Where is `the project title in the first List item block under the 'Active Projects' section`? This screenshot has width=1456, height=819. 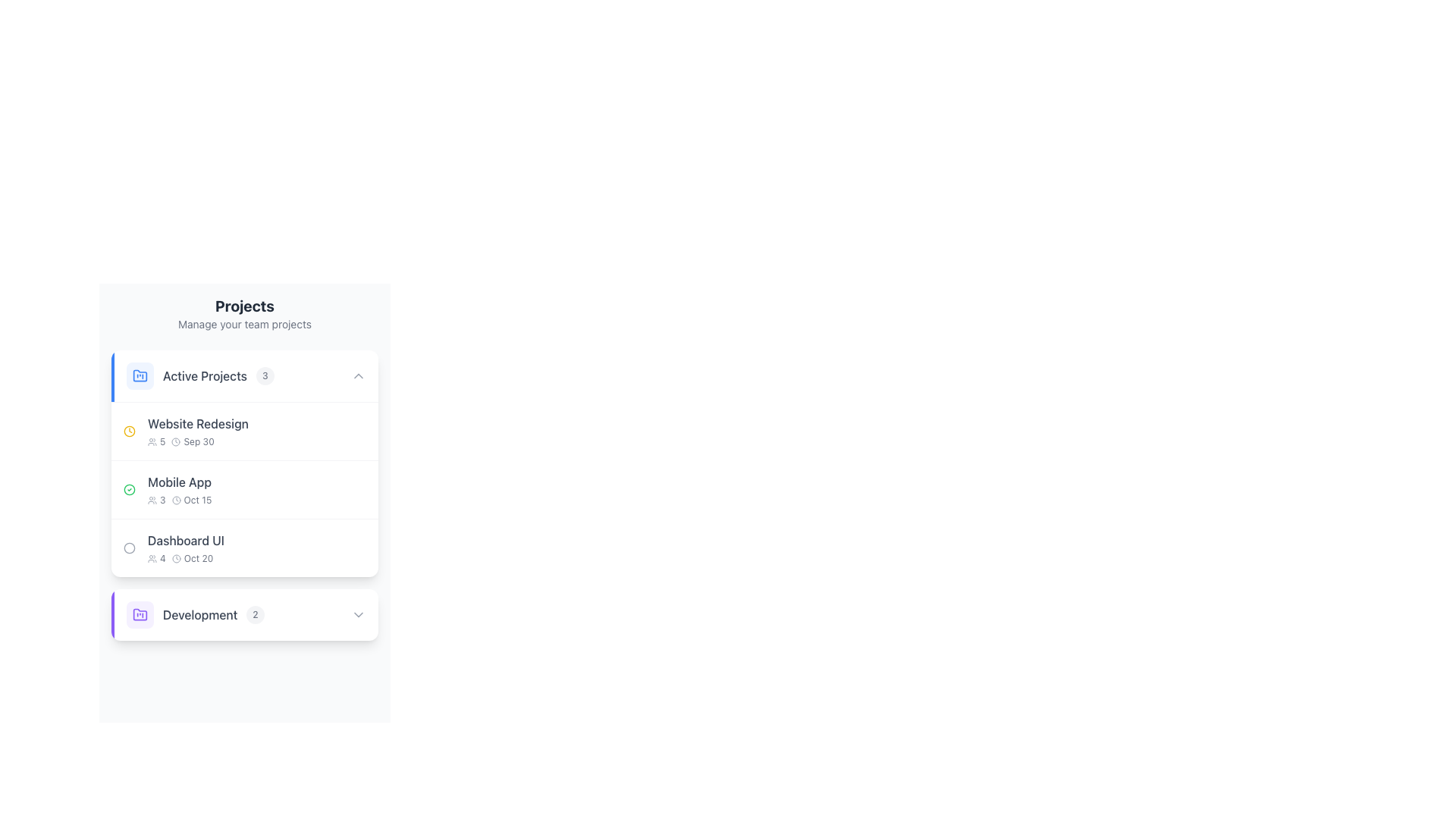
the project title in the first List item block under the 'Active Projects' section is located at coordinates (185, 431).